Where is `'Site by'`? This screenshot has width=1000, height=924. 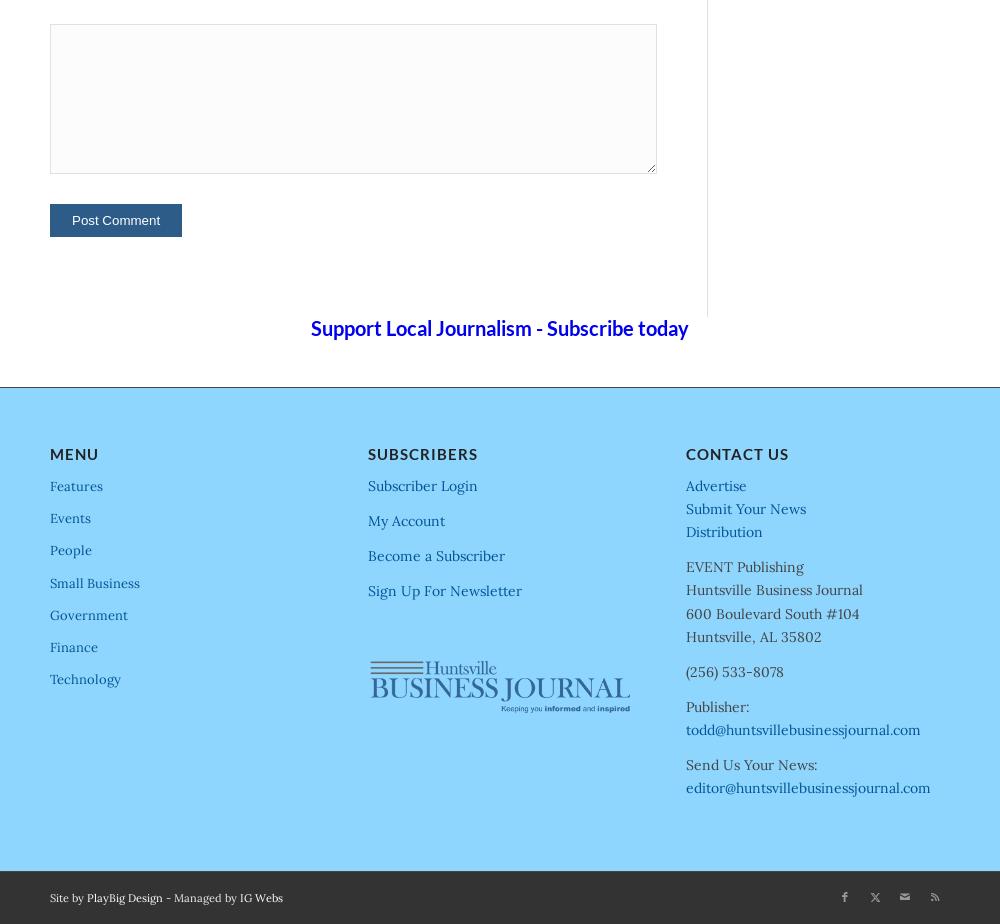
'Site by' is located at coordinates (67, 897).